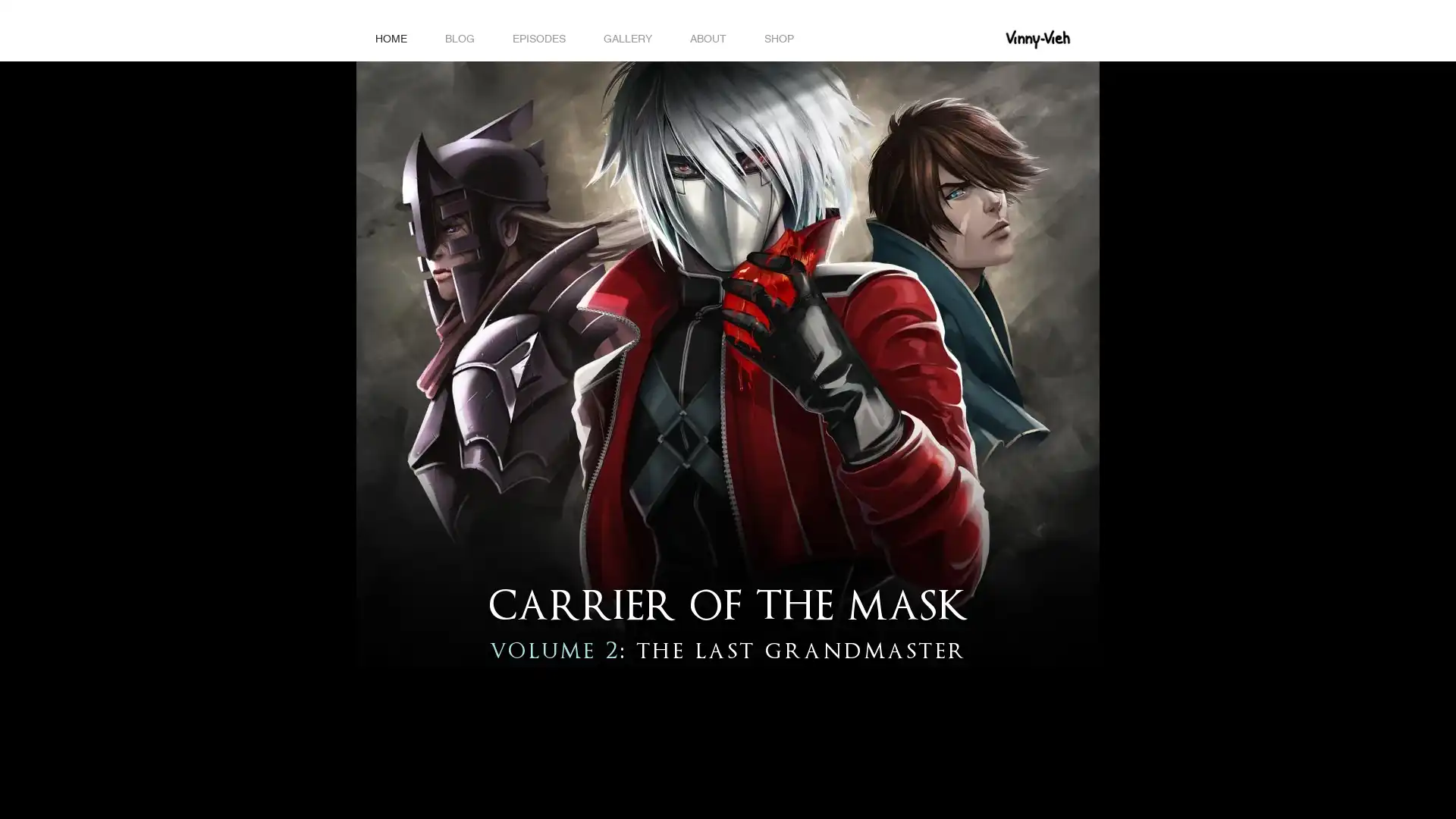 The image size is (1456, 819). What do you see at coordinates (1296, 794) in the screenshot?
I see `Alle ablehnen` at bounding box center [1296, 794].